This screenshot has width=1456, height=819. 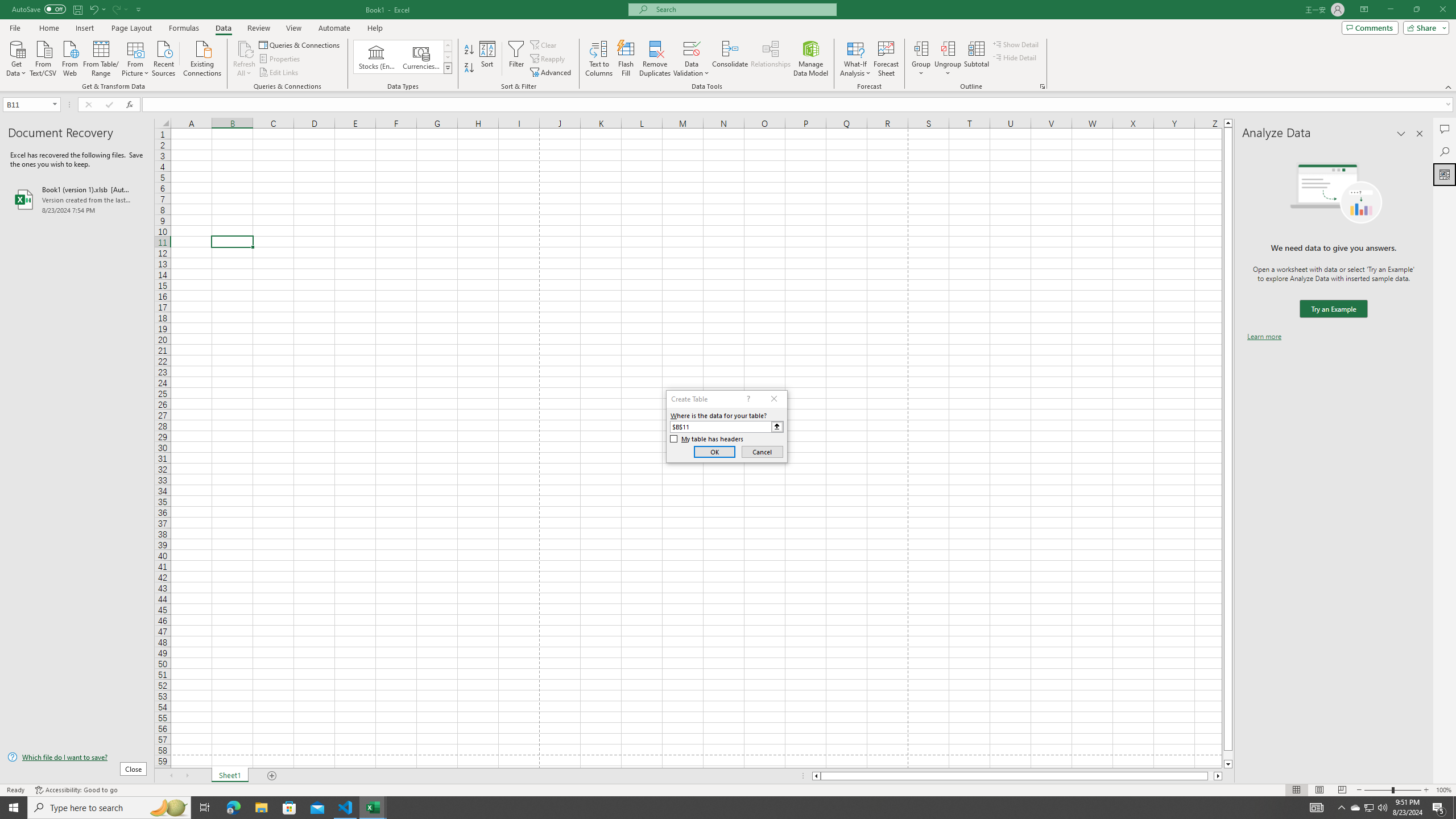 I want to click on 'Ungroup...', so click(x=948, y=59).